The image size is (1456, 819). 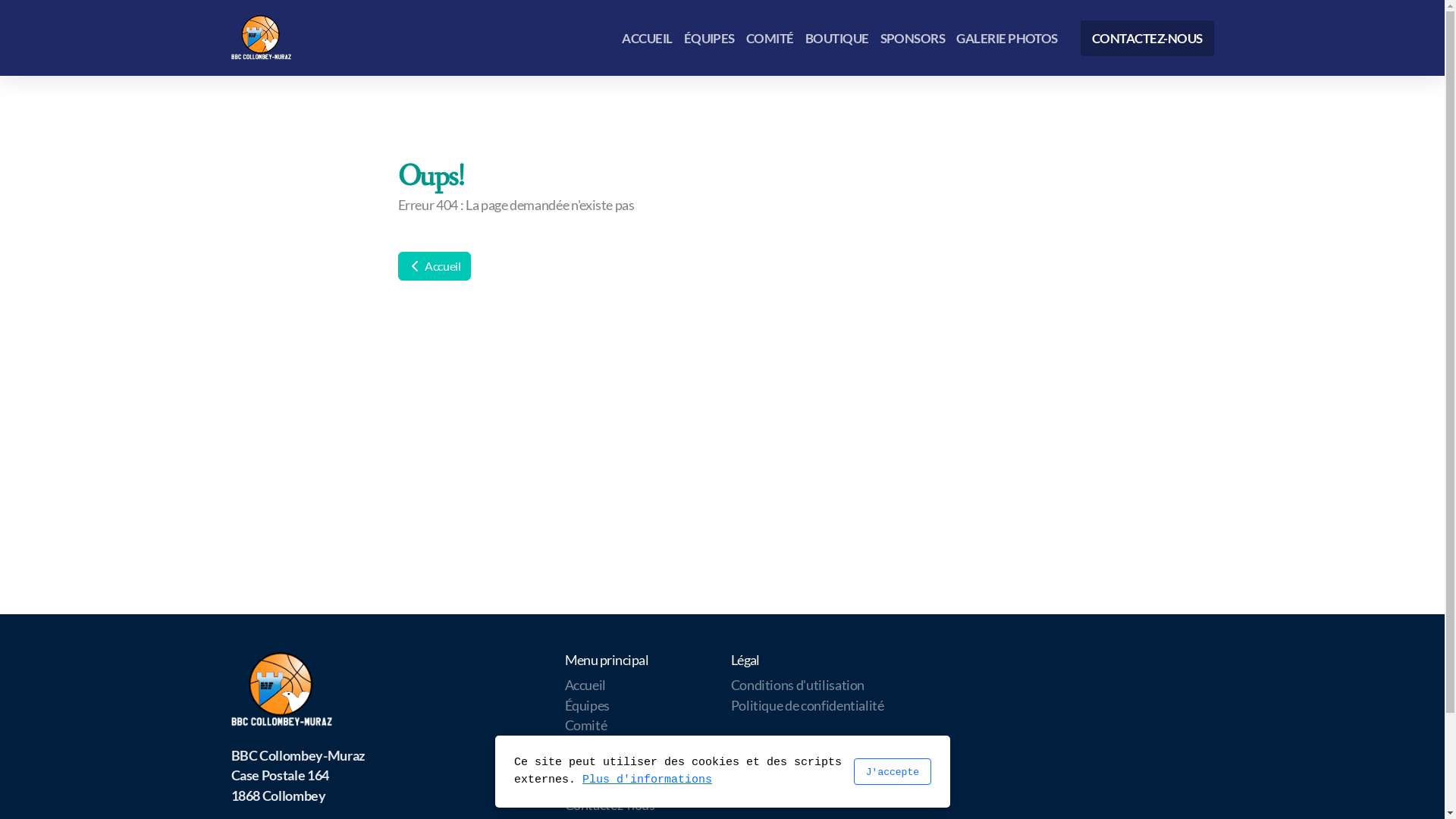 I want to click on 'BOUTIQUE', so click(x=836, y=36).